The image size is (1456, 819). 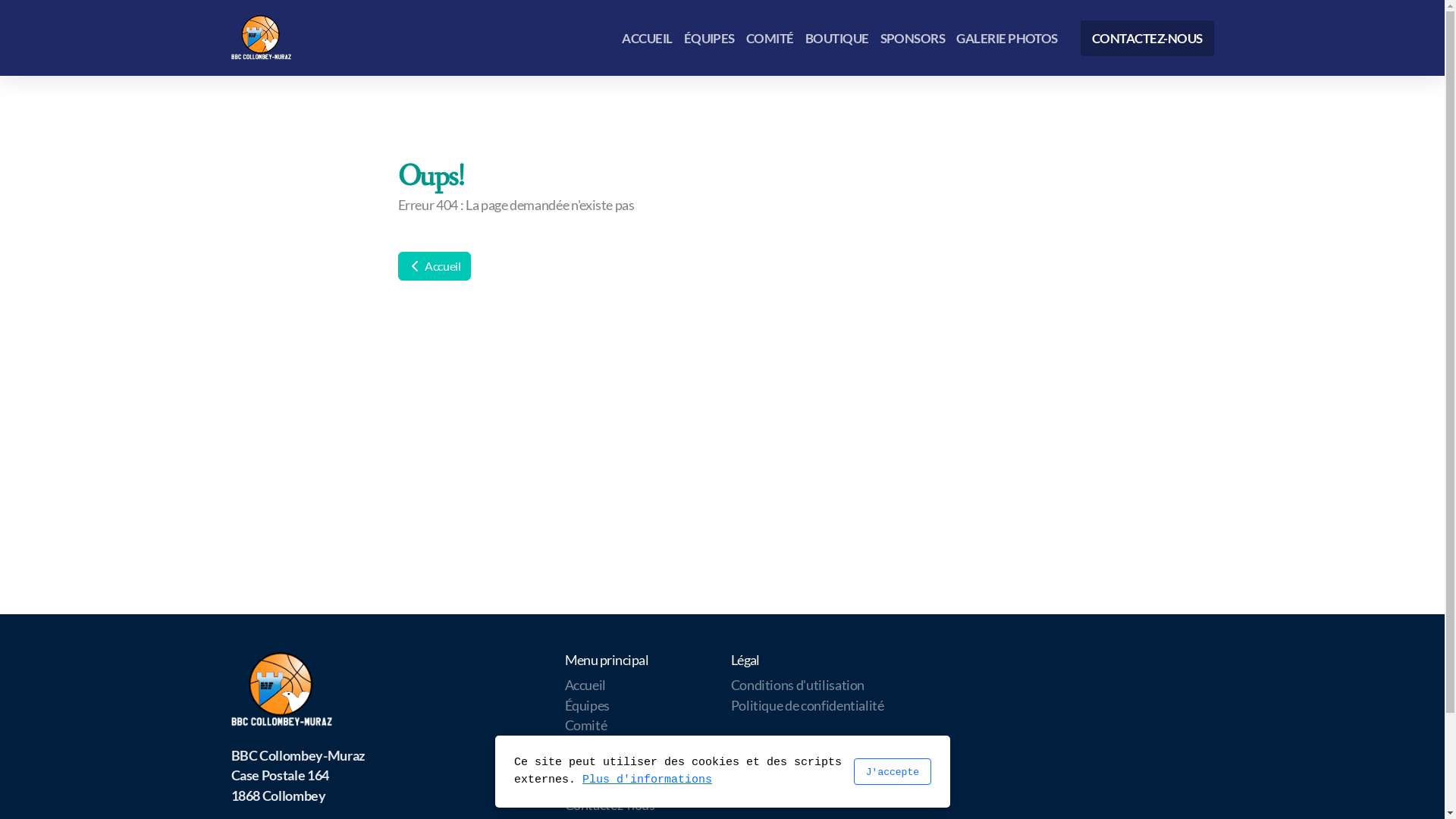 I want to click on 'BOUTIQUE', so click(x=836, y=36).